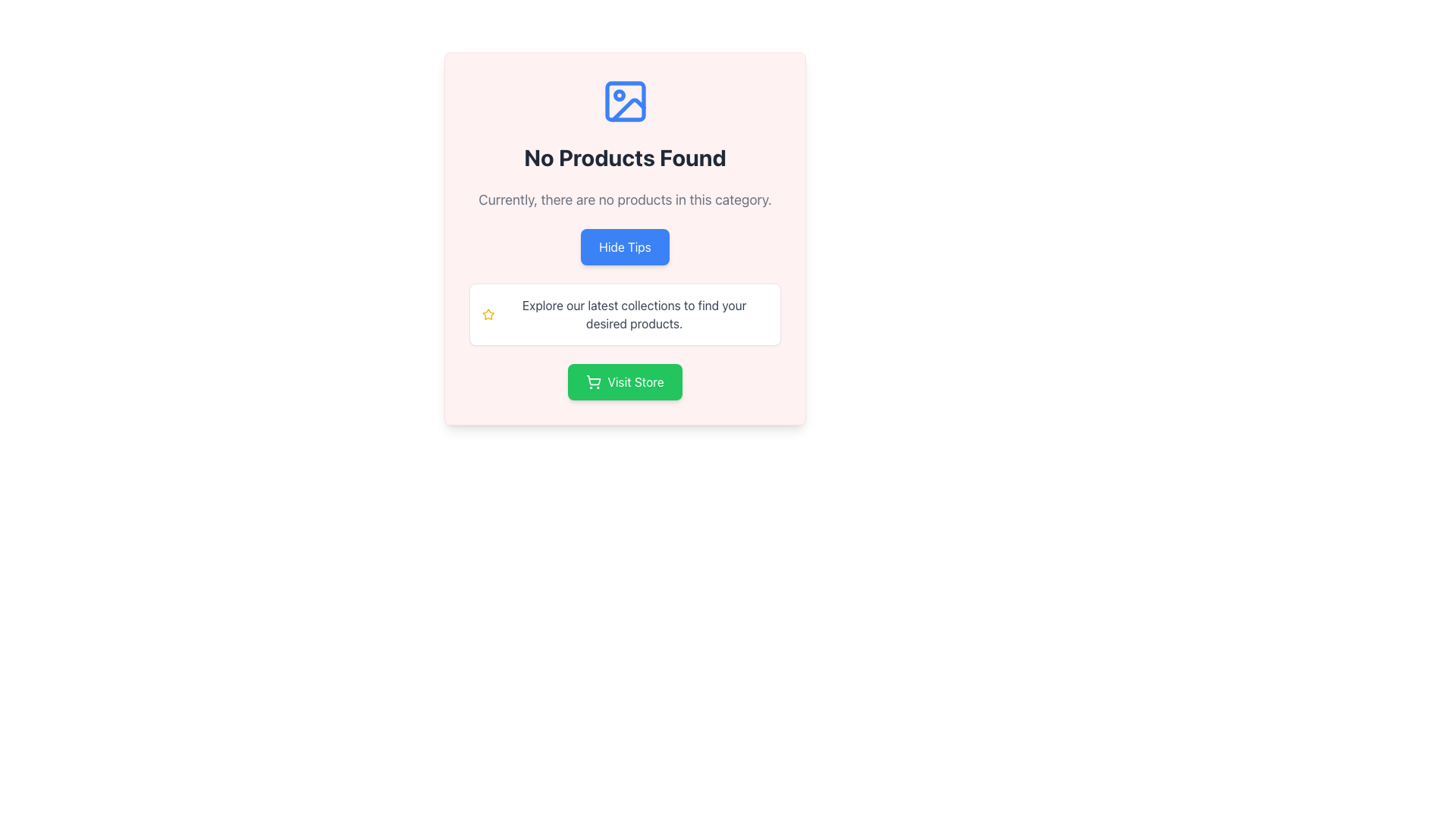 This screenshot has width=1456, height=819. What do you see at coordinates (625, 199) in the screenshot?
I see `the text block that reads 'Currently, there are no products in this category.'` at bounding box center [625, 199].